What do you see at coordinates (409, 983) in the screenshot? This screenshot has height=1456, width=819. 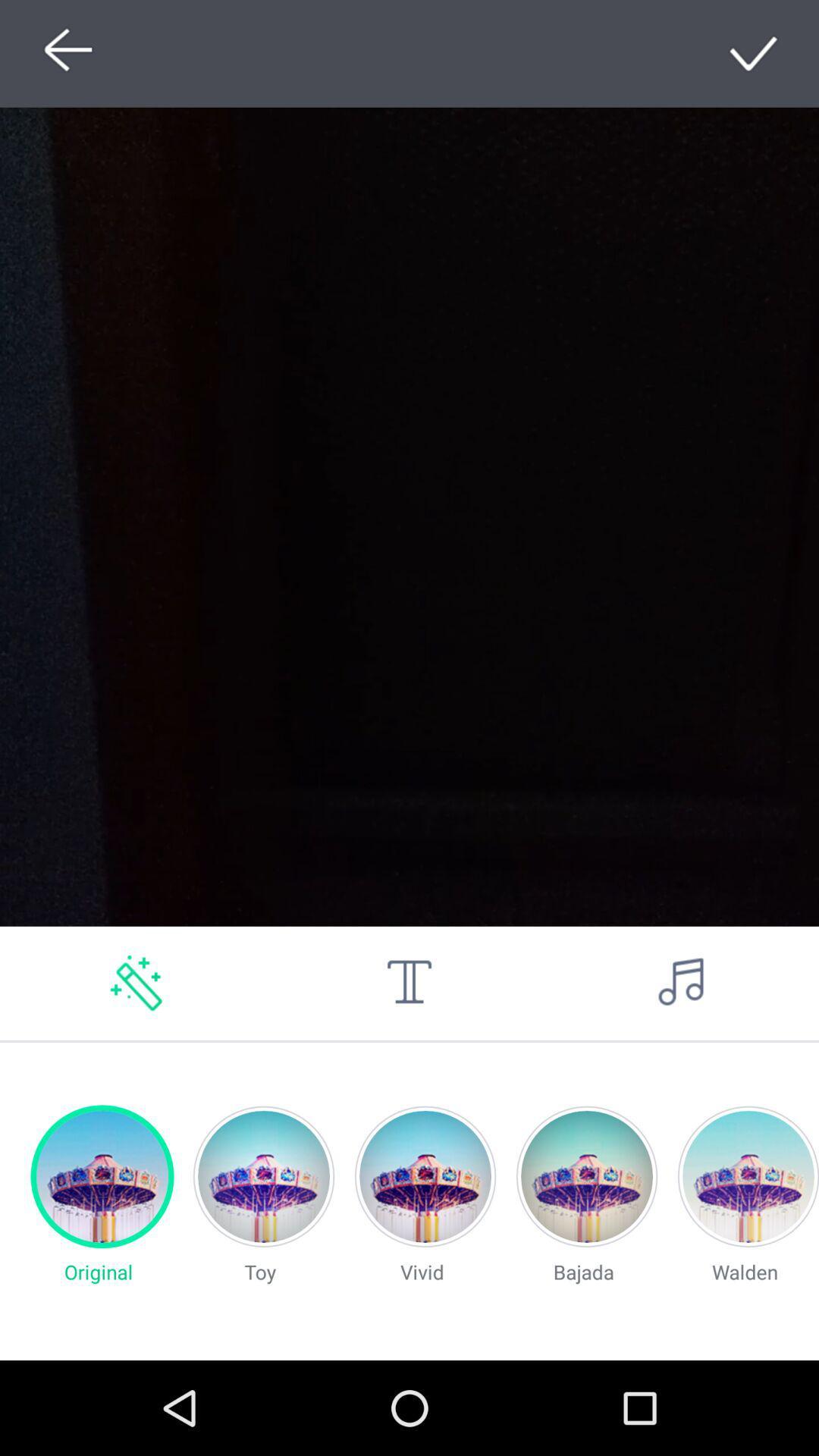 I see `tools` at bounding box center [409, 983].